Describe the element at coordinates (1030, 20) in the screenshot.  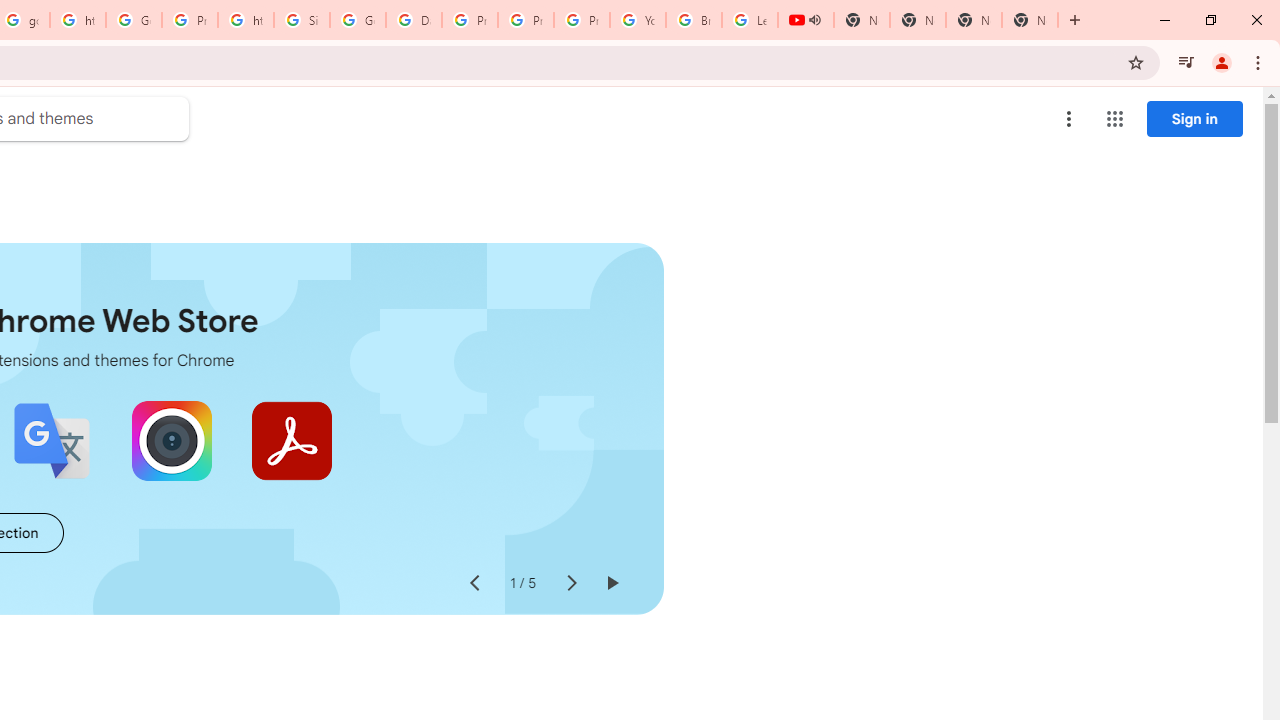
I see `'New Tab'` at that location.